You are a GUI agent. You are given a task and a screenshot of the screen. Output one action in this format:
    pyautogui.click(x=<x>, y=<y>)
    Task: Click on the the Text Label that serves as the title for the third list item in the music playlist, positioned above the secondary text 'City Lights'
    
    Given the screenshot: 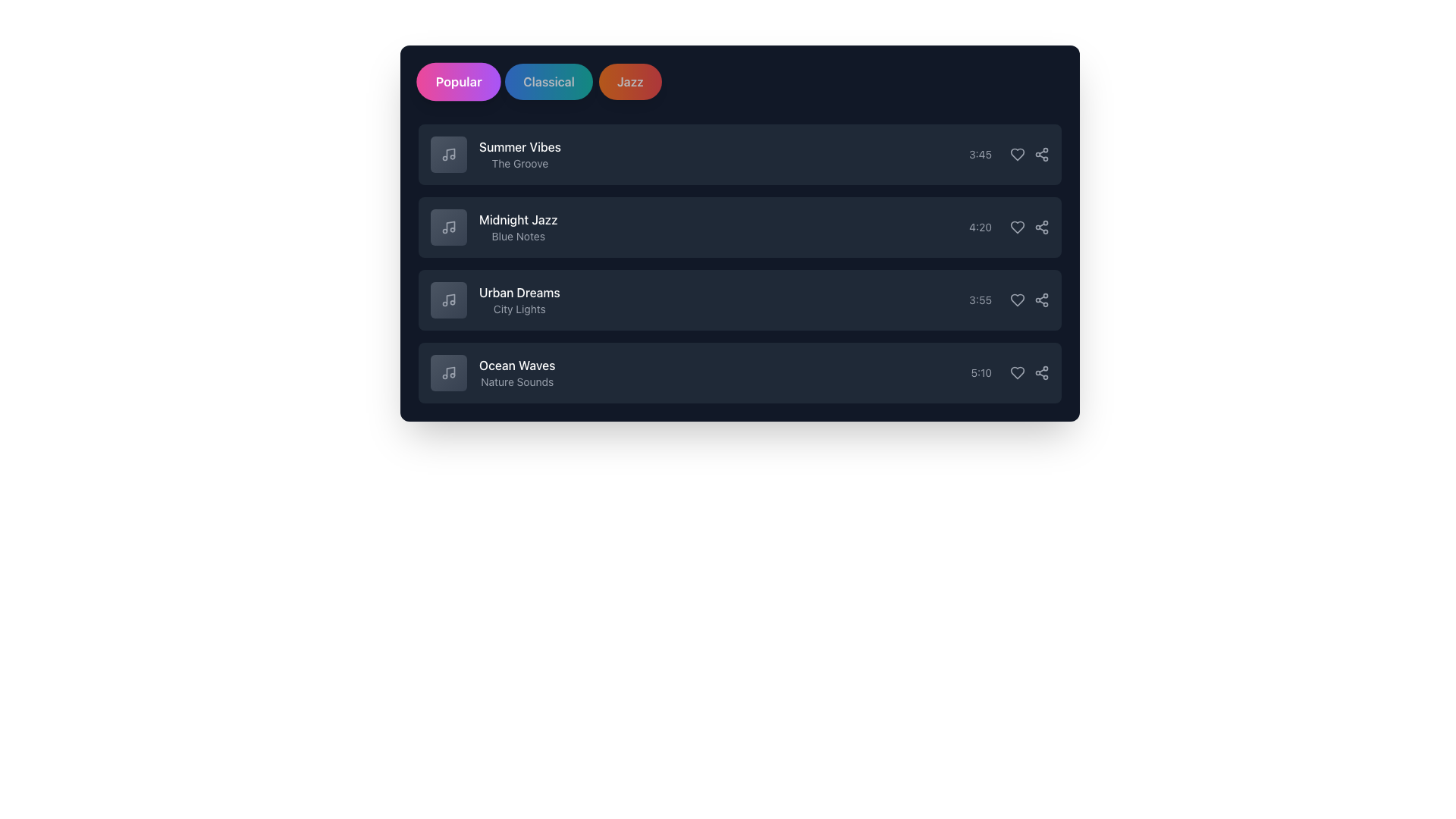 What is the action you would take?
    pyautogui.click(x=519, y=292)
    